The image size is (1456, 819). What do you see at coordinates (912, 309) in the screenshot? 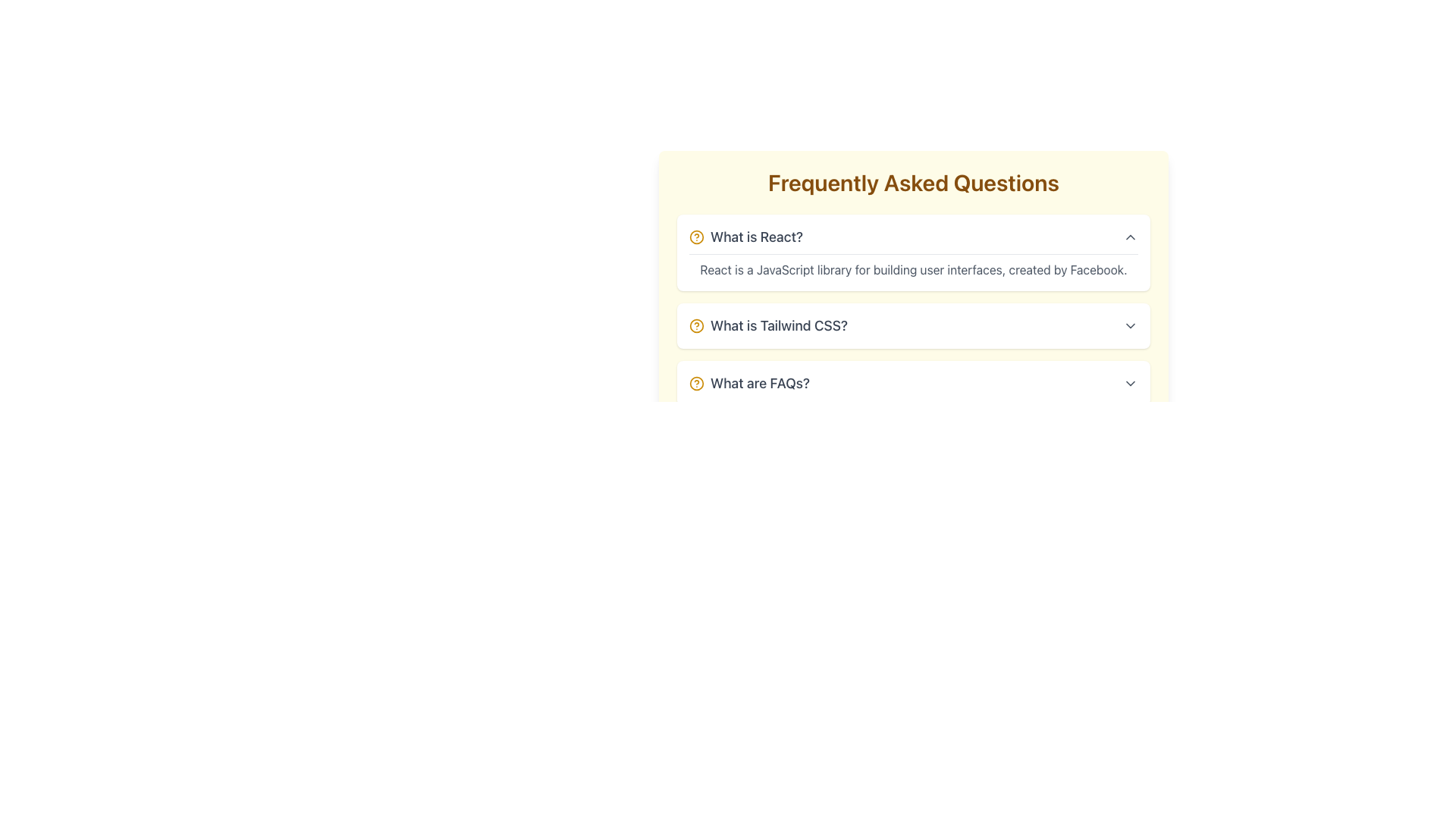
I see `the second section of the Accordion item containing FAQ items` at bounding box center [912, 309].